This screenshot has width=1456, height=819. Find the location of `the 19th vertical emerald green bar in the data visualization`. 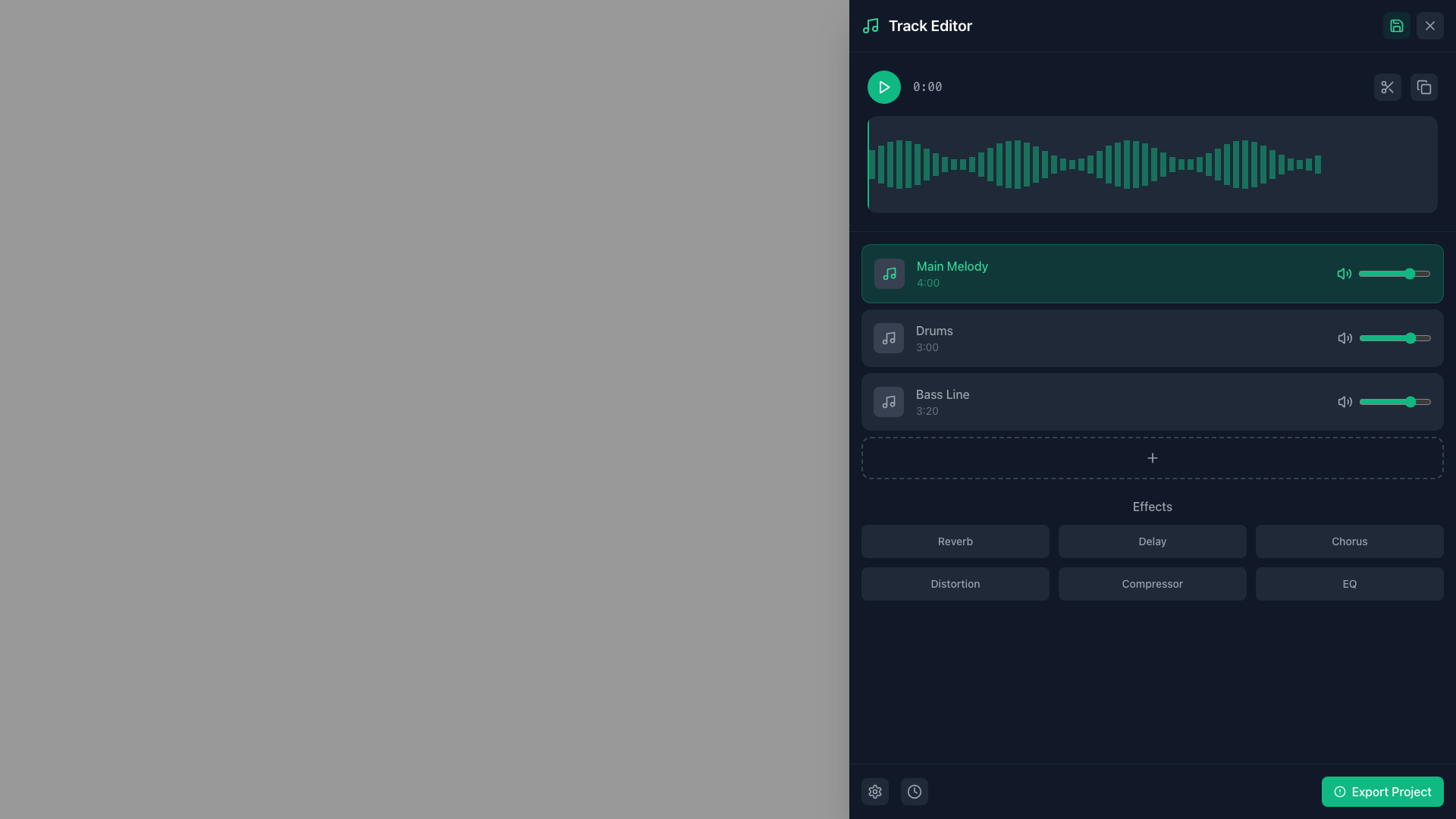

the 19th vertical emerald green bar in the data visualization is located at coordinates (1035, 164).